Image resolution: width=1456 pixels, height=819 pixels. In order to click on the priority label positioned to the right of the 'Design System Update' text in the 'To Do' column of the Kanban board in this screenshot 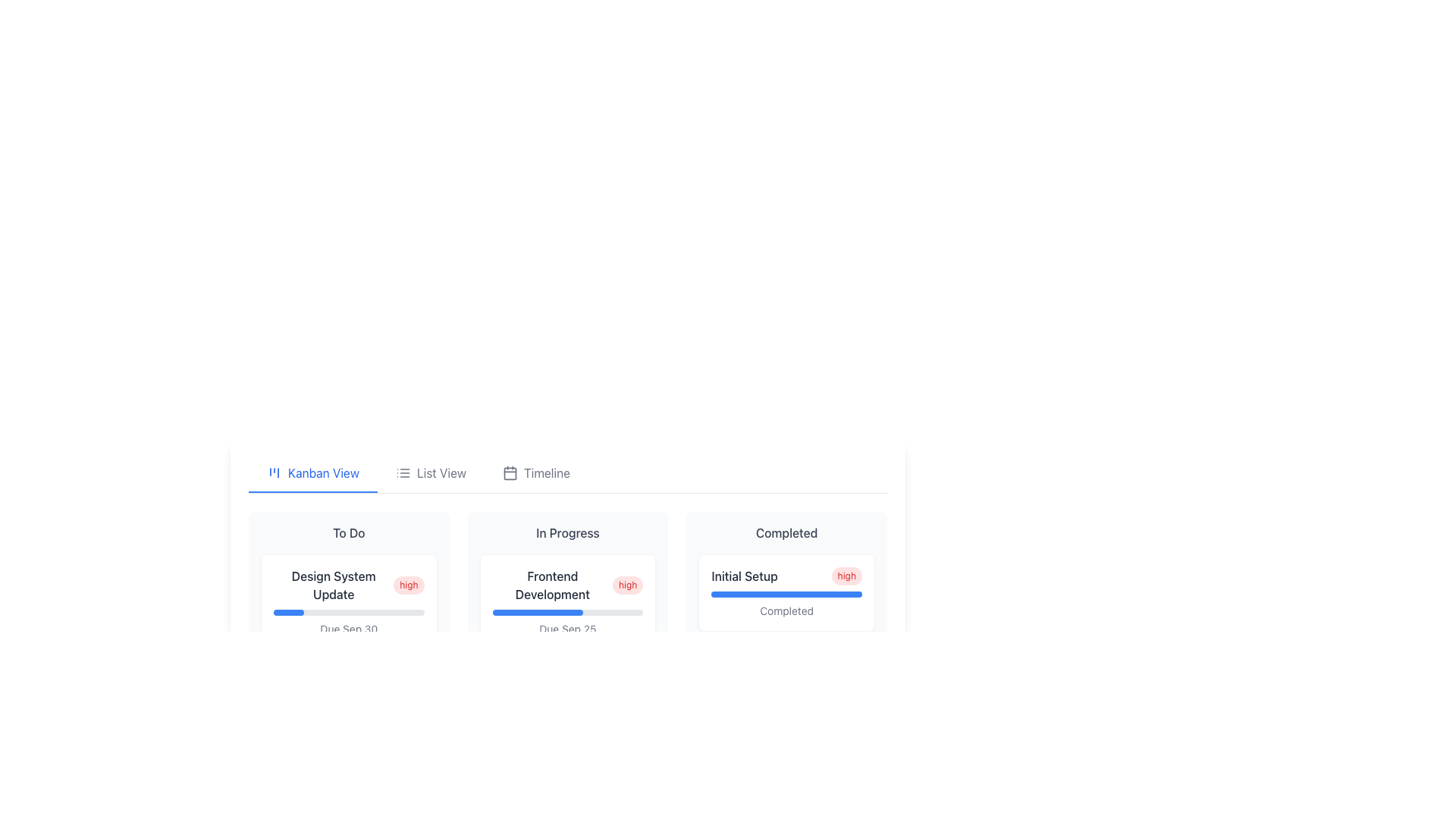, I will do `click(409, 584)`.